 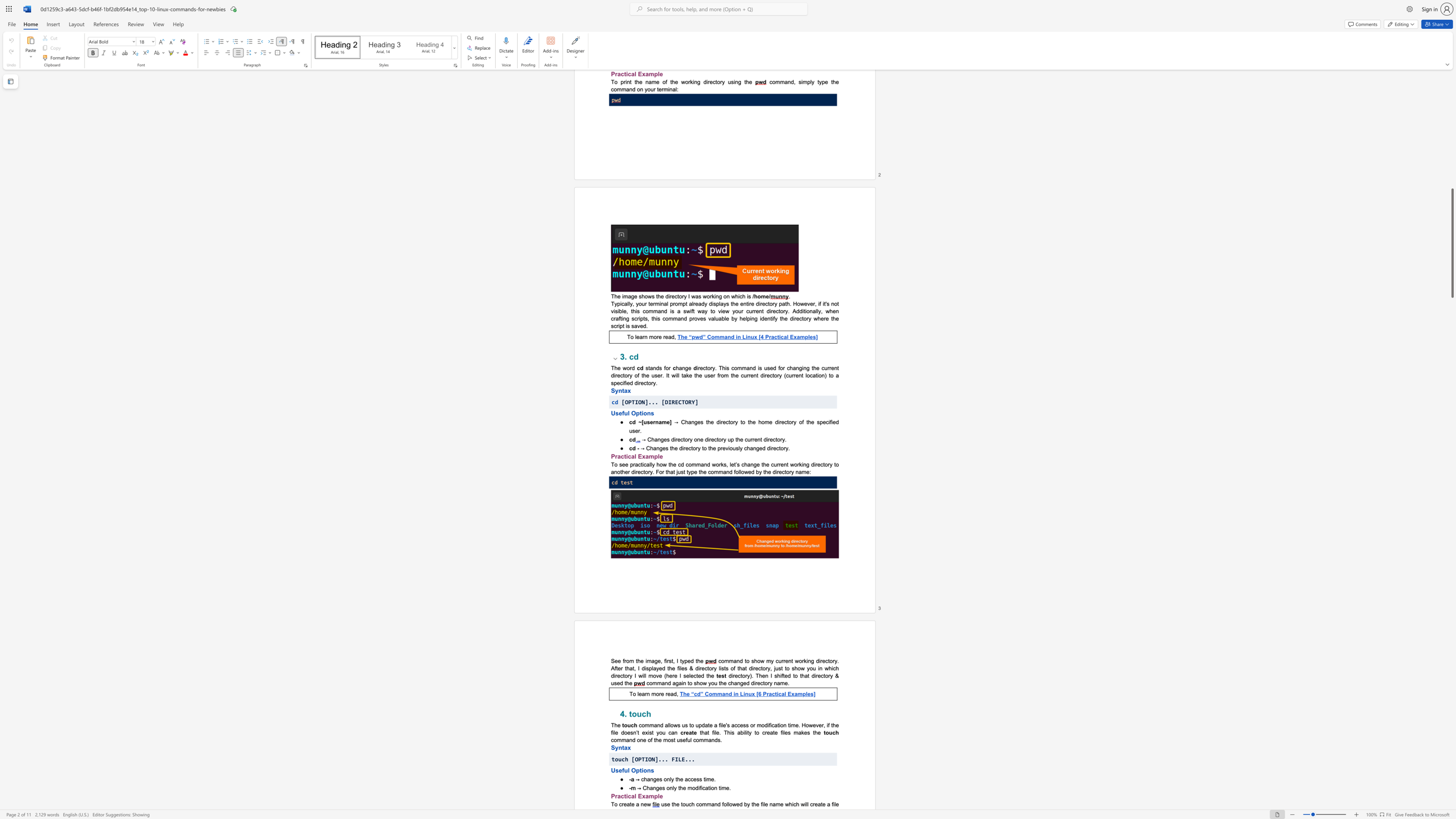 What do you see at coordinates (742, 732) in the screenshot?
I see `the 1th character "b" in the text` at bounding box center [742, 732].